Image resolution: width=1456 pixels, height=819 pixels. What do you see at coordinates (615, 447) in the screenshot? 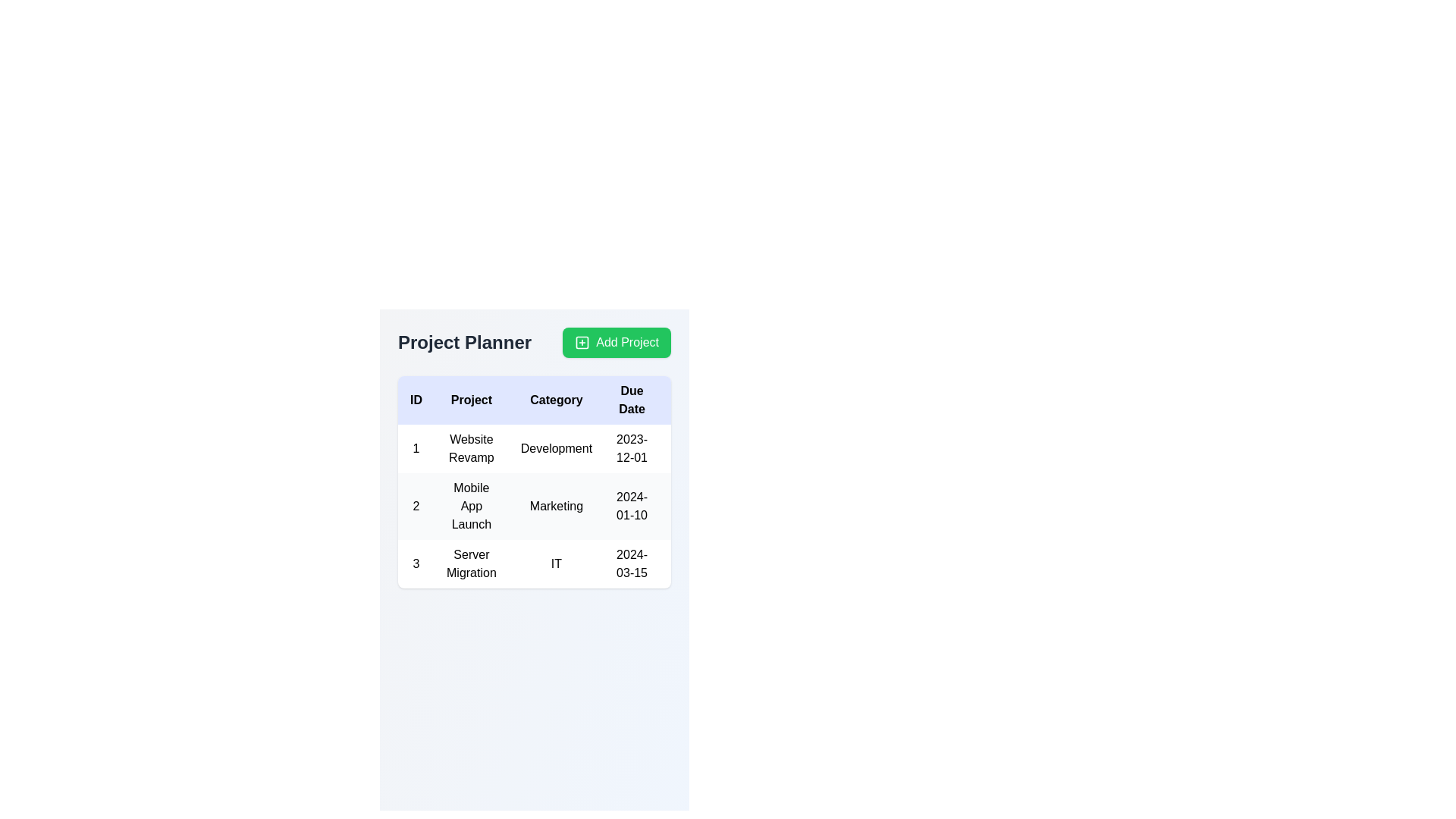
I see `the first row in the Project Planner table that displays detailed information about a specific project` at bounding box center [615, 447].